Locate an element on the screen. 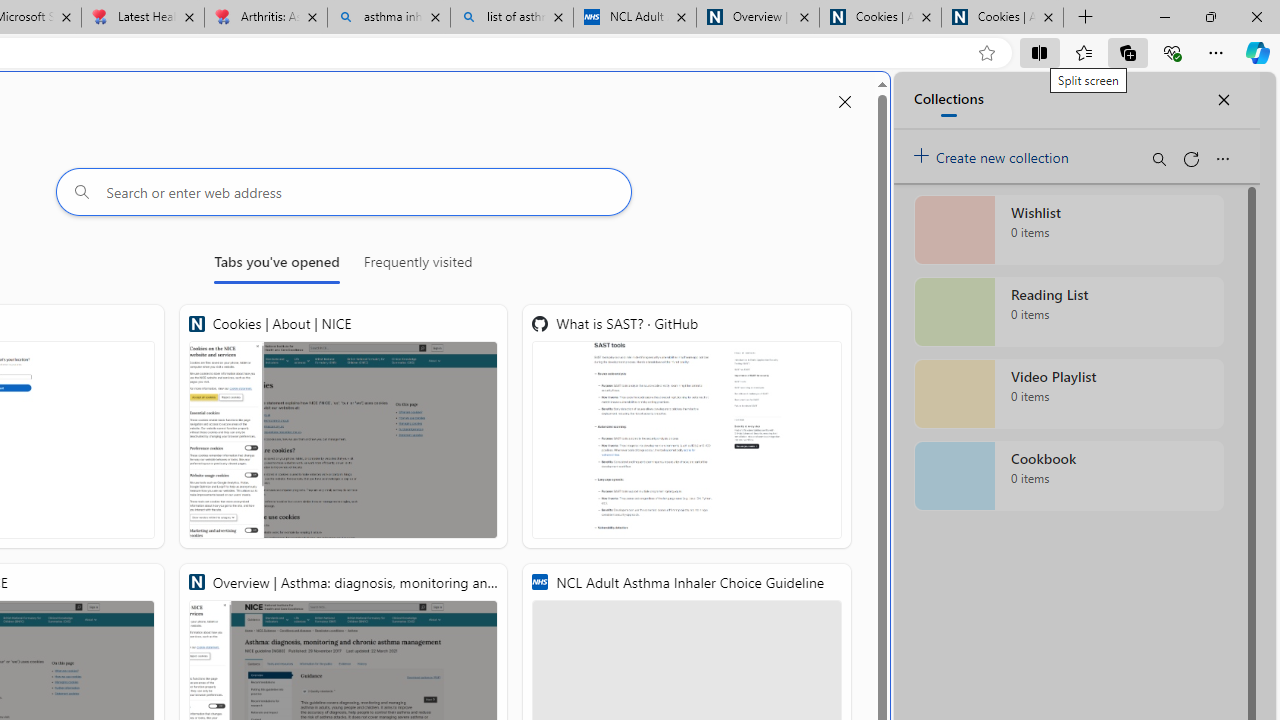 This screenshot has width=1280, height=720. 'Close split screen' is located at coordinates (844, 102).